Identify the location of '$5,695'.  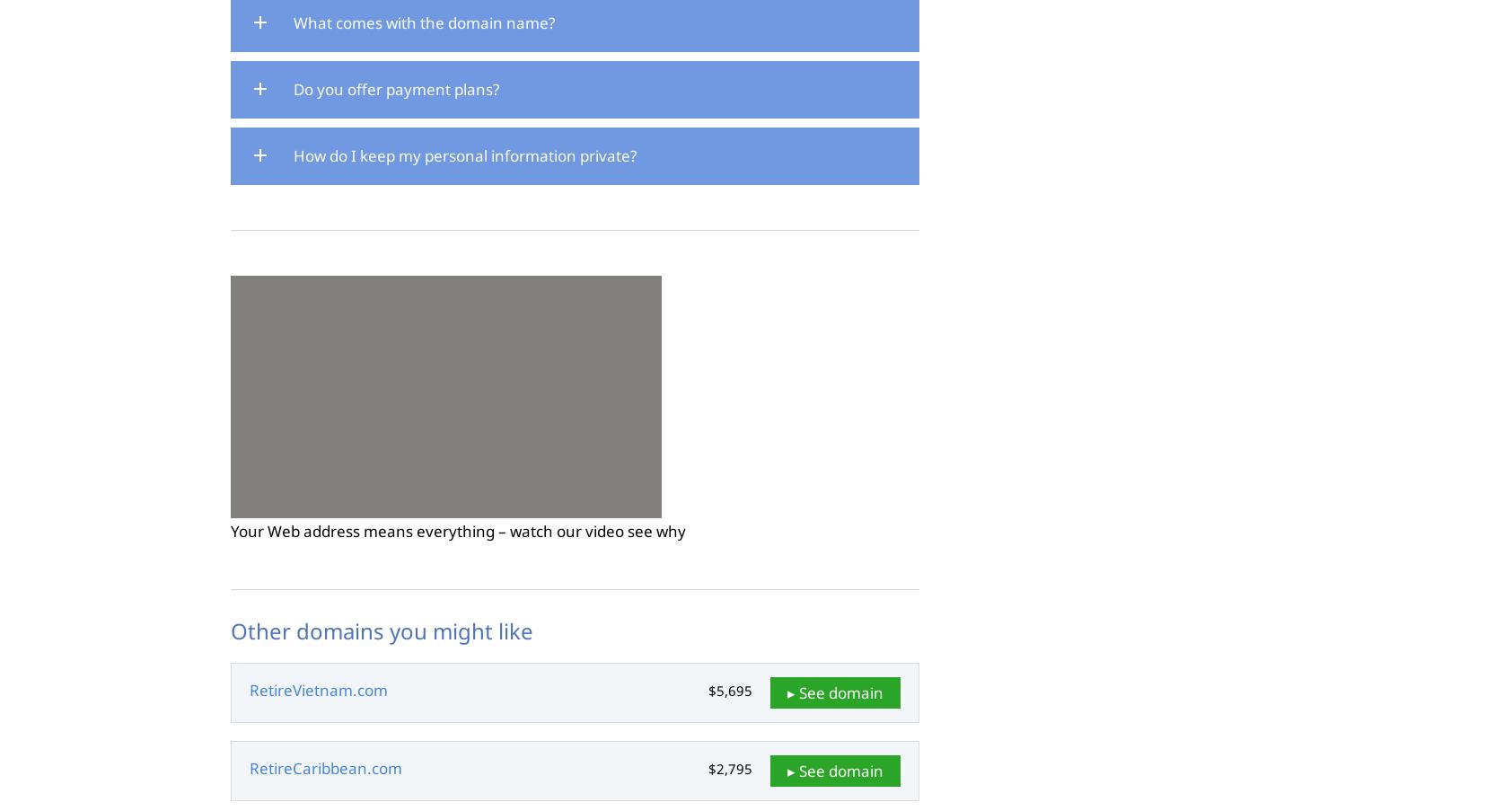
(730, 690).